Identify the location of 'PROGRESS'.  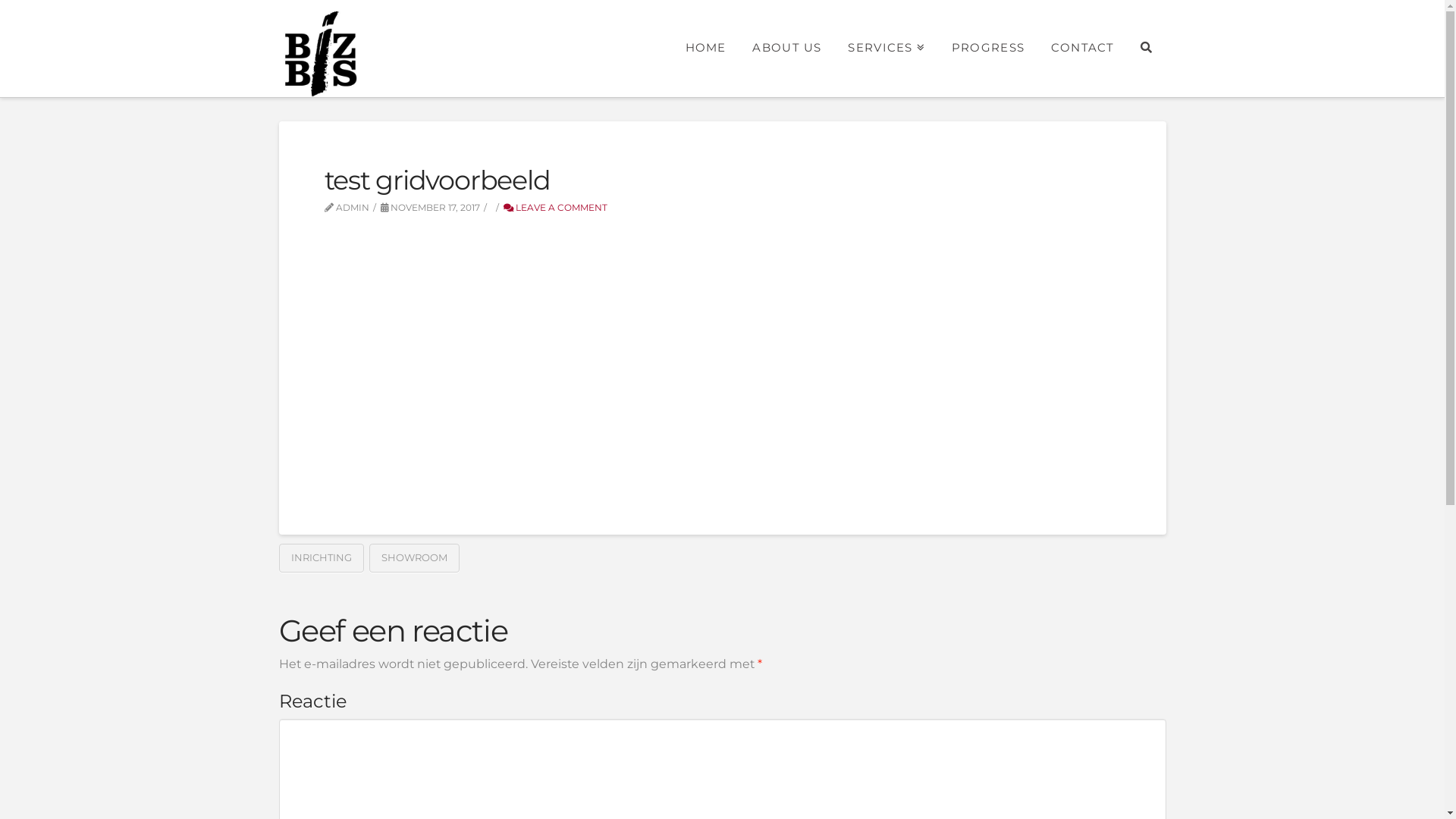
(987, 45).